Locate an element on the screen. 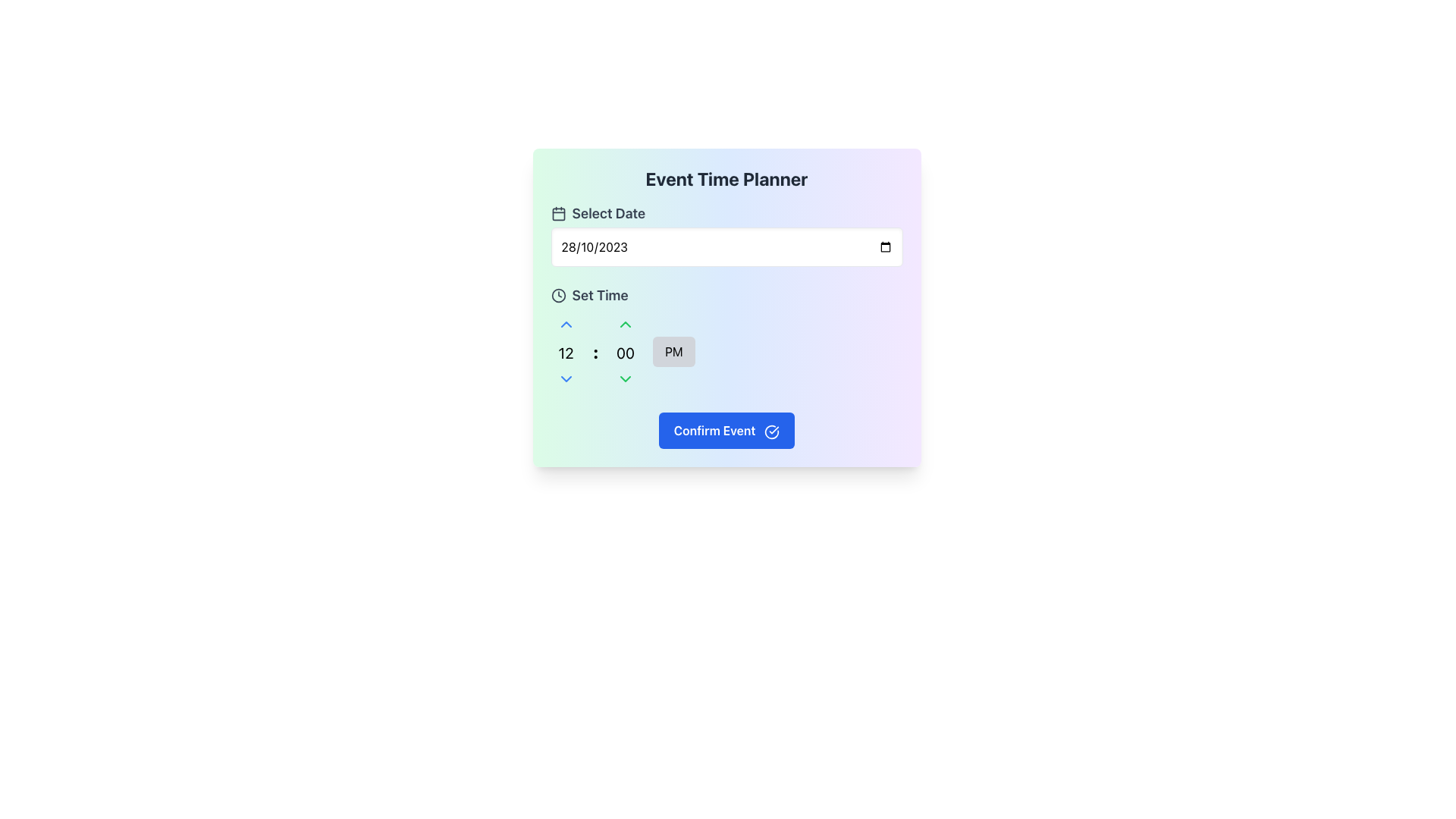 This screenshot has height=819, width=1456. the circular checkmark icon within the 'Confirm Event' button at the bottom of the modal is located at coordinates (772, 431).